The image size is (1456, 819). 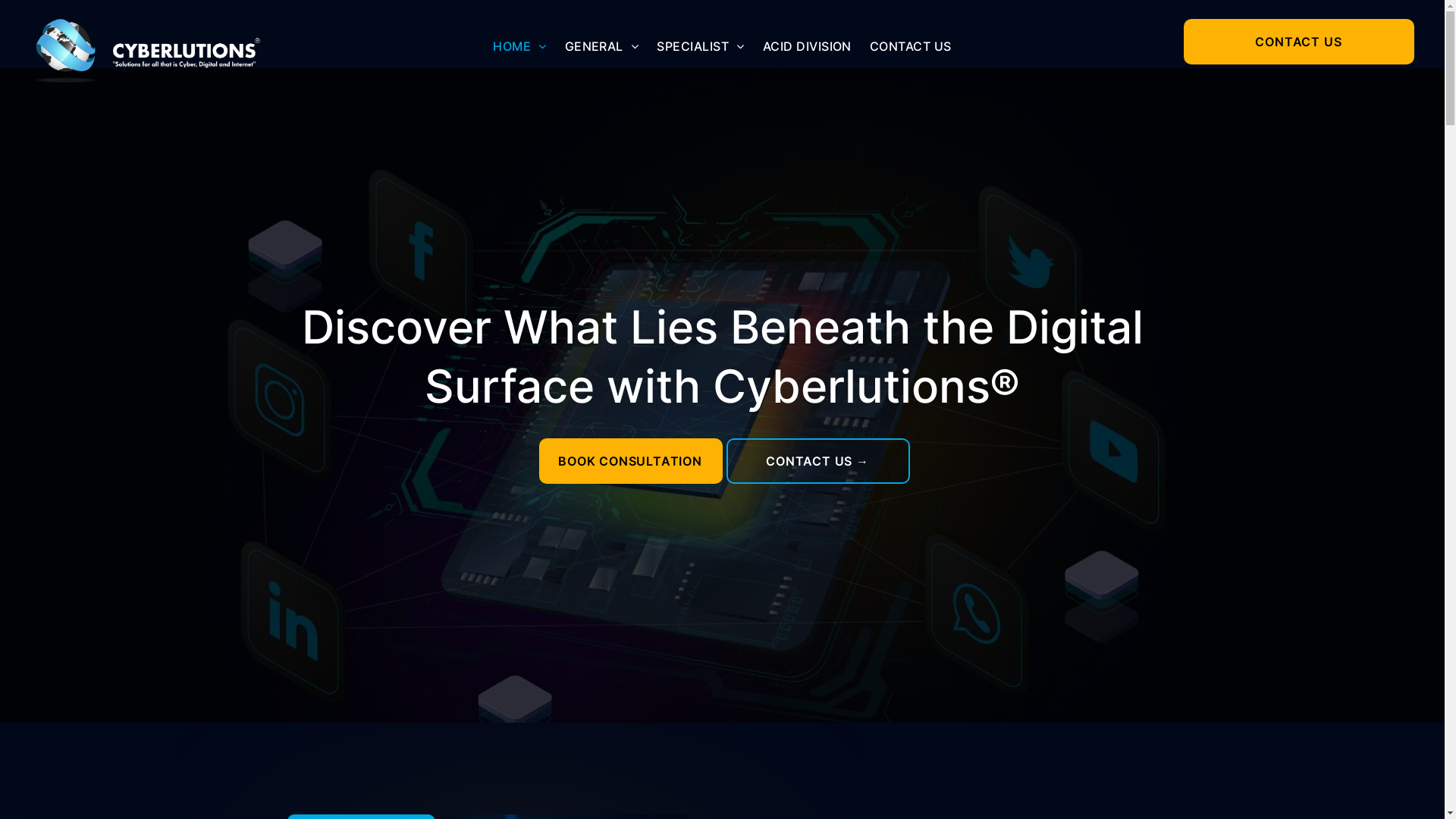 I want to click on 'HOME', so click(x=519, y=45).